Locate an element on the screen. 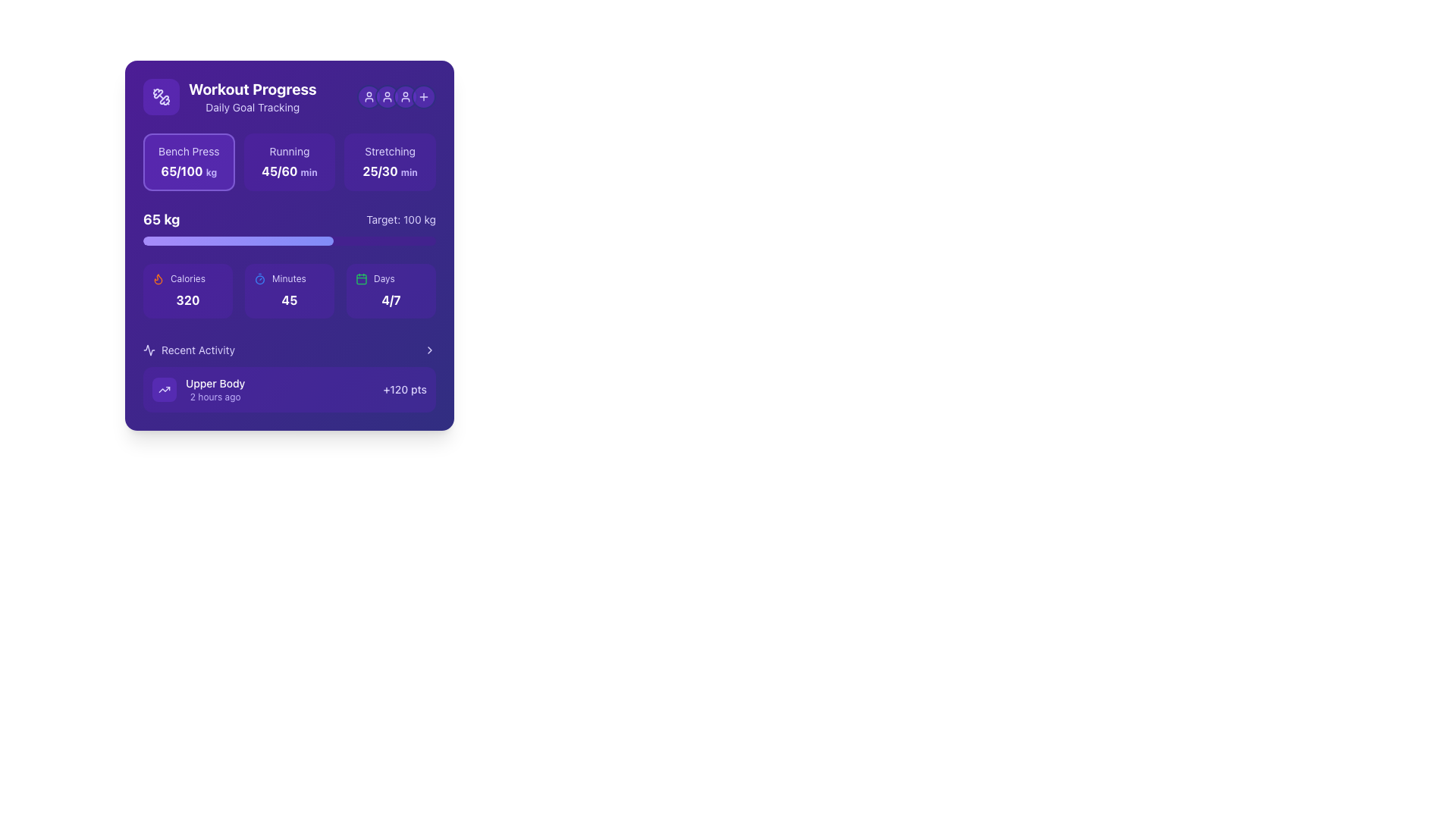  the Activity summary item displaying 'Upper Body' and '+120 pts' for details is located at coordinates (290, 388).